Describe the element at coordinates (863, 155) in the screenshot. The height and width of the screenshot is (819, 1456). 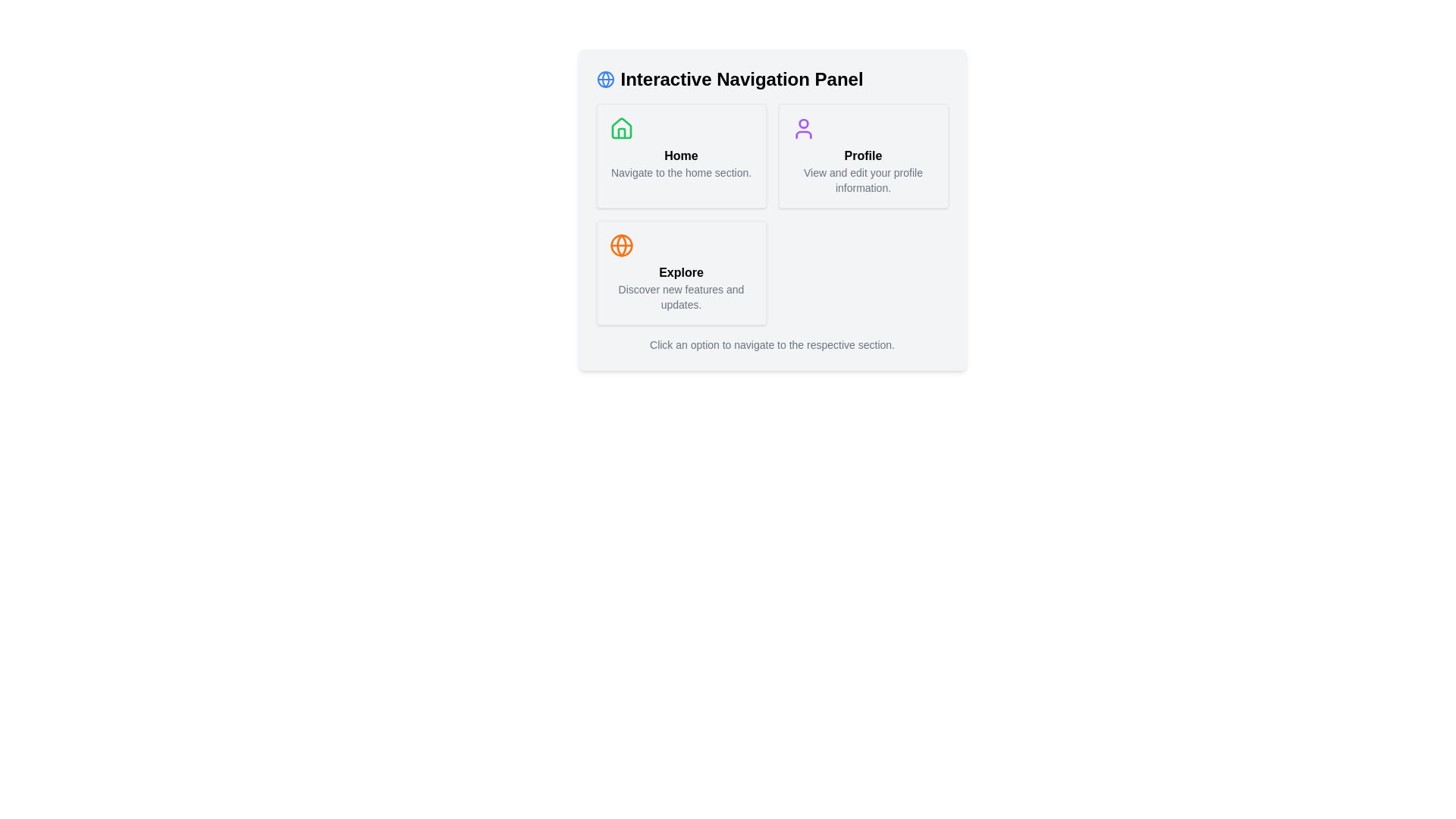
I see `the 'Profile' button` at that location.